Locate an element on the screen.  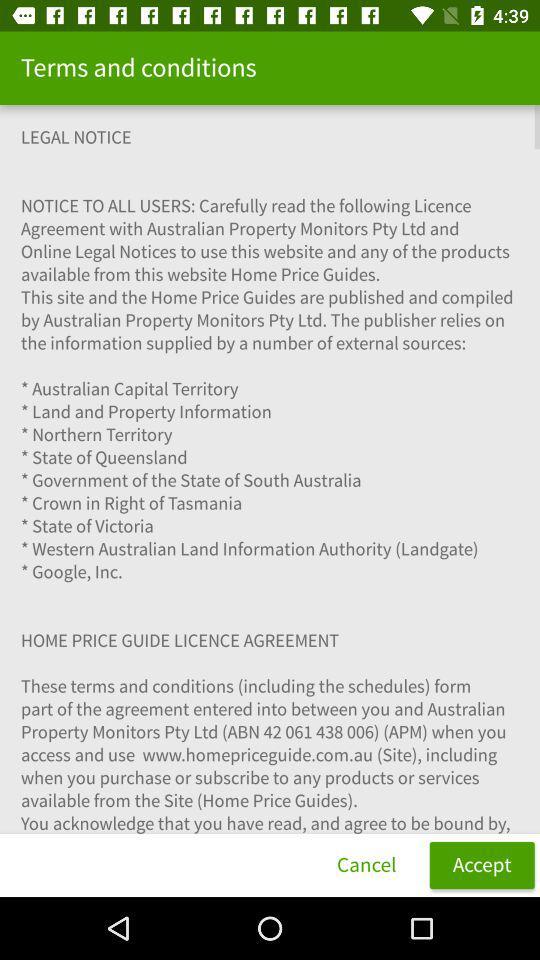
item to the right of cancel item is located at coordinates (481, 864).